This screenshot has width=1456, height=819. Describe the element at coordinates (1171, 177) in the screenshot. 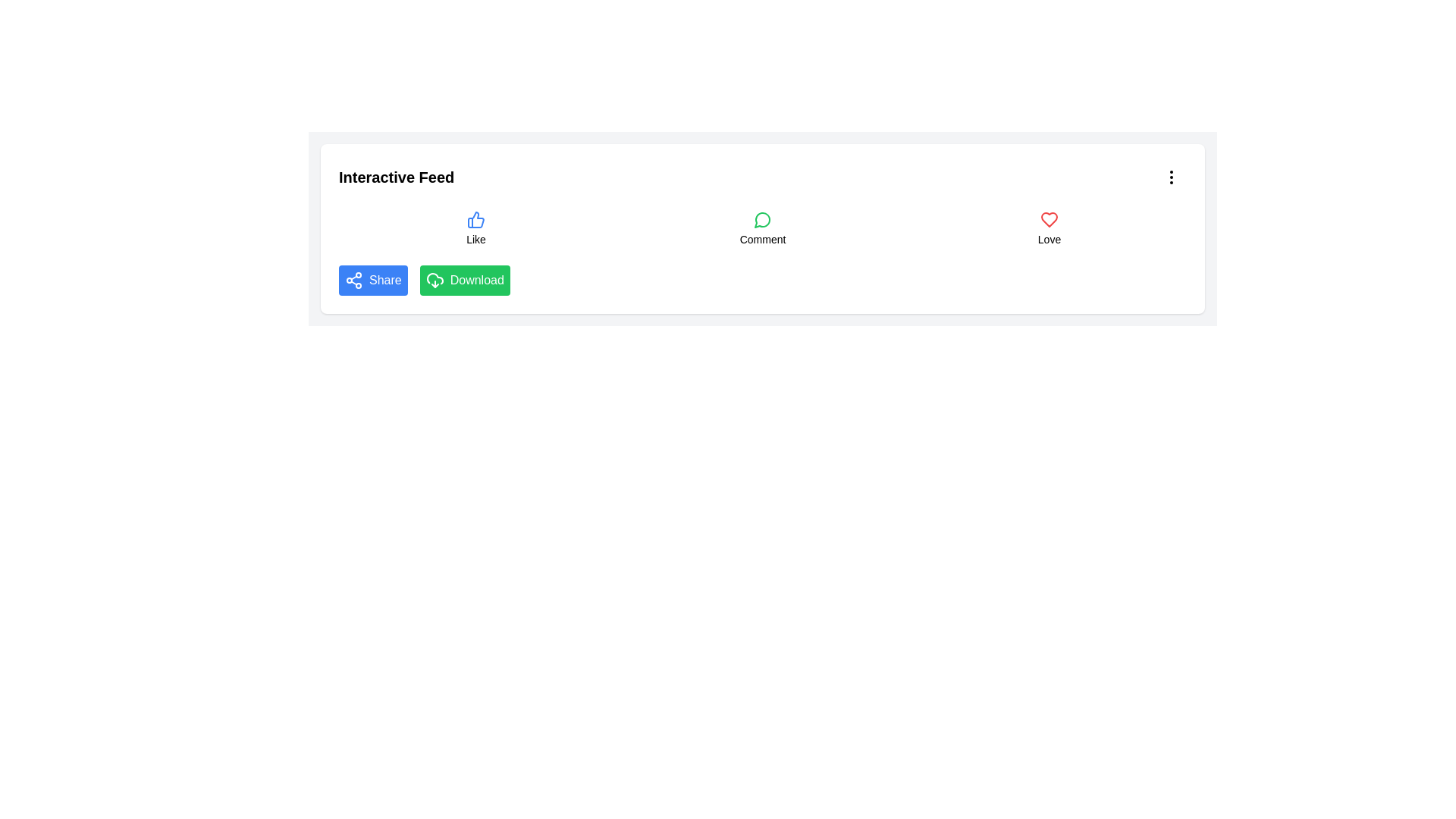

I see `the vertical ellipsis menu icon located in the top-right corner of the 'Interactive Feed' card` at that location.